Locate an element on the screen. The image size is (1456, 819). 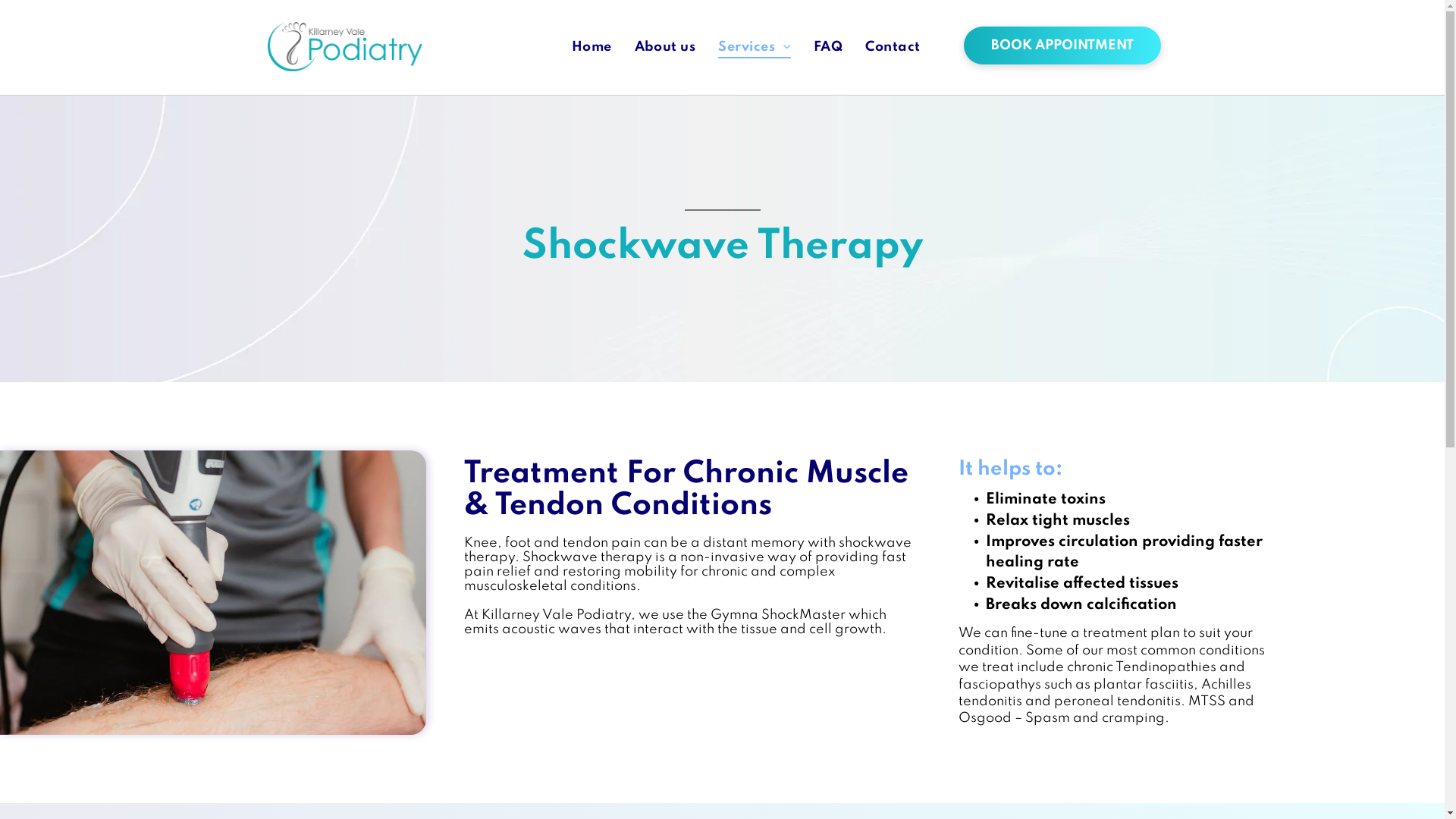
'About us' is located at coordinates (665, 46).